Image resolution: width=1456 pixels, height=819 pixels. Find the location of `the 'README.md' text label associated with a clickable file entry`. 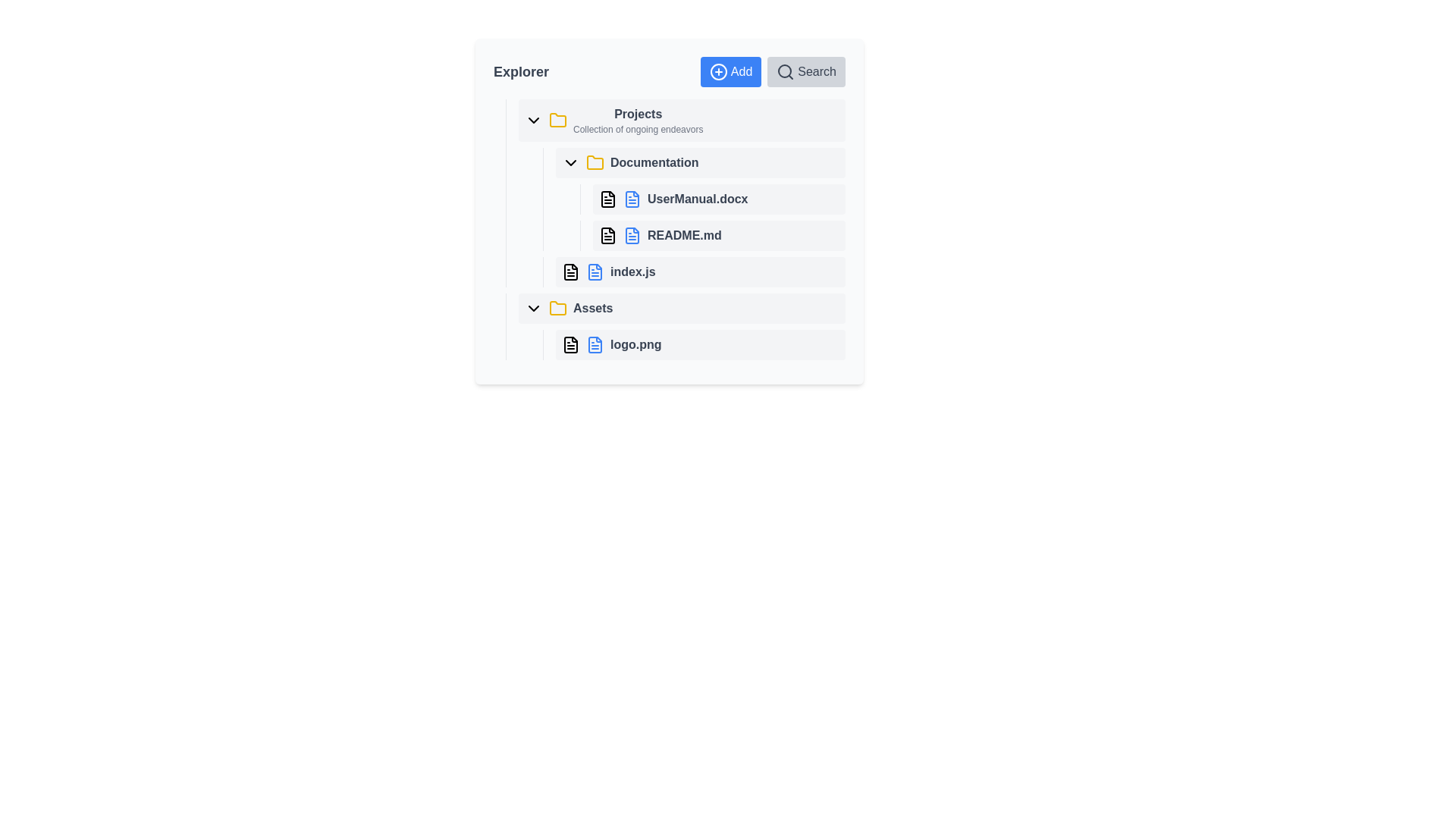

the 'README.md' text label associated with a clickable file entry is located at coordinates (683, 236).